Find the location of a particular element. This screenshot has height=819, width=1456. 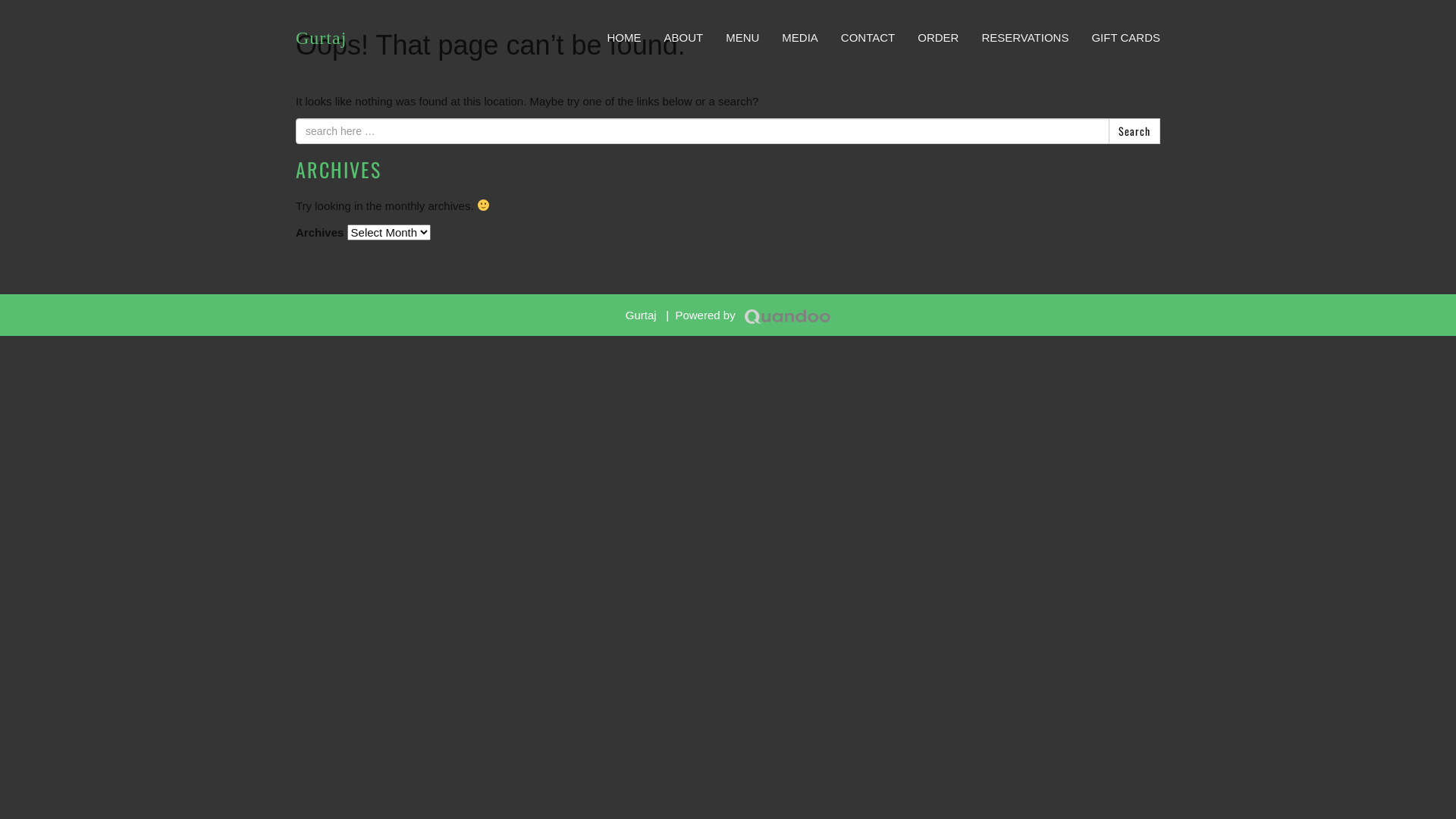

'ORDER' is located at coordinates (937, 37).